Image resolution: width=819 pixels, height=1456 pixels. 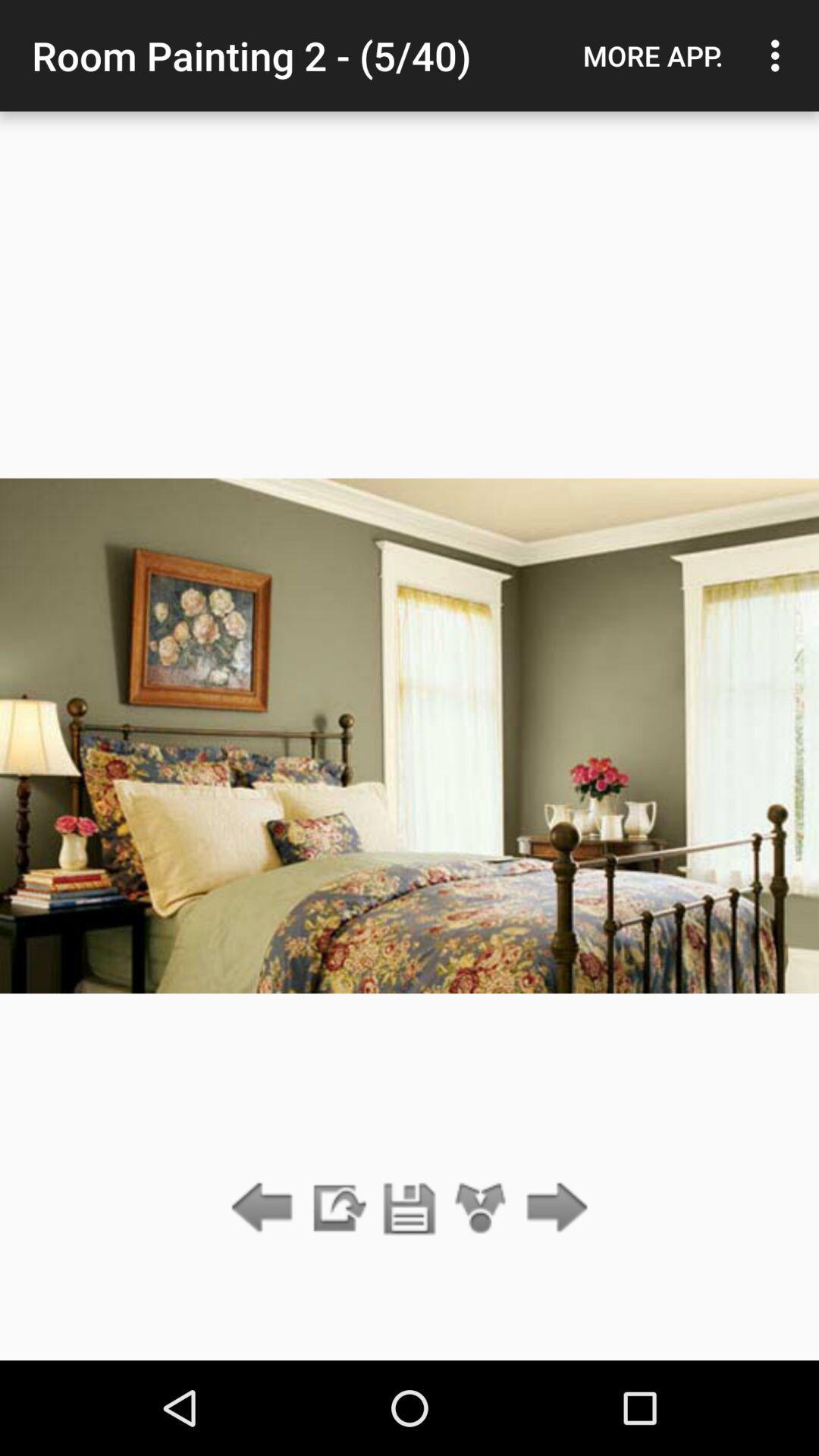 What do you see at coordinates (409, 1208) in the screenshot?
I see `the save icon` at bounding box center [409, 1208].